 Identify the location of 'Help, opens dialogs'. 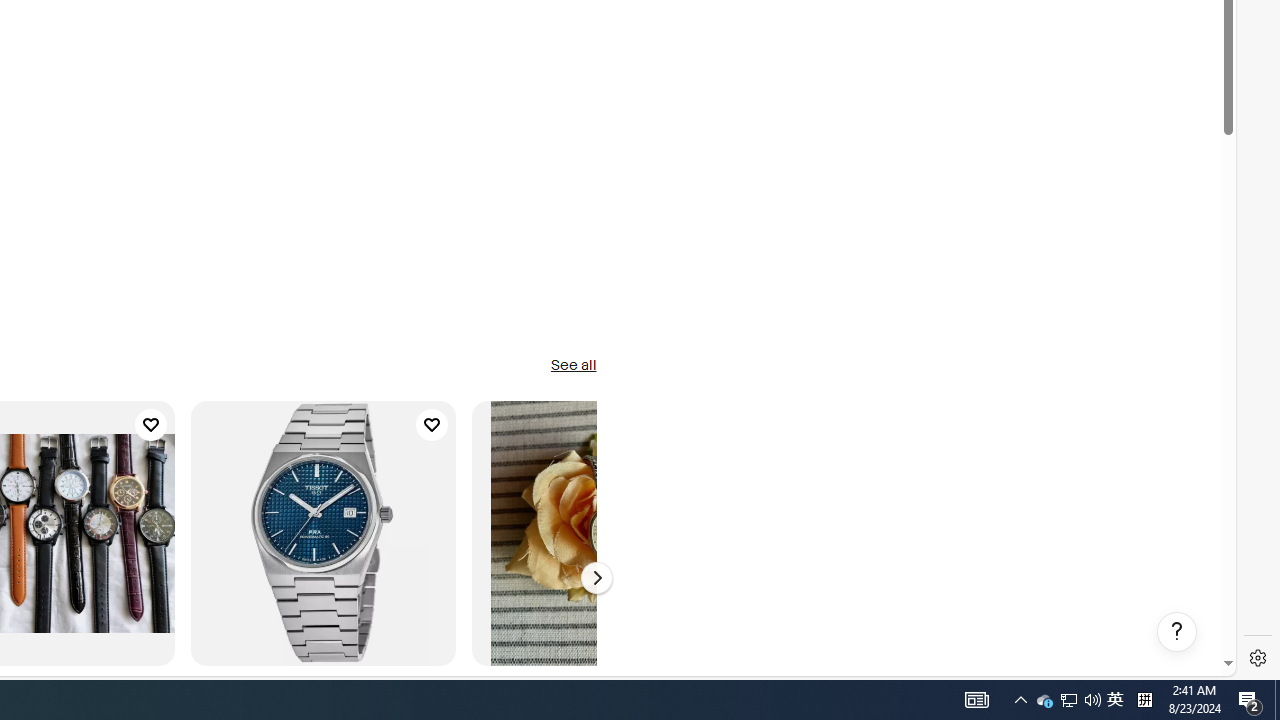
(1176, 632).